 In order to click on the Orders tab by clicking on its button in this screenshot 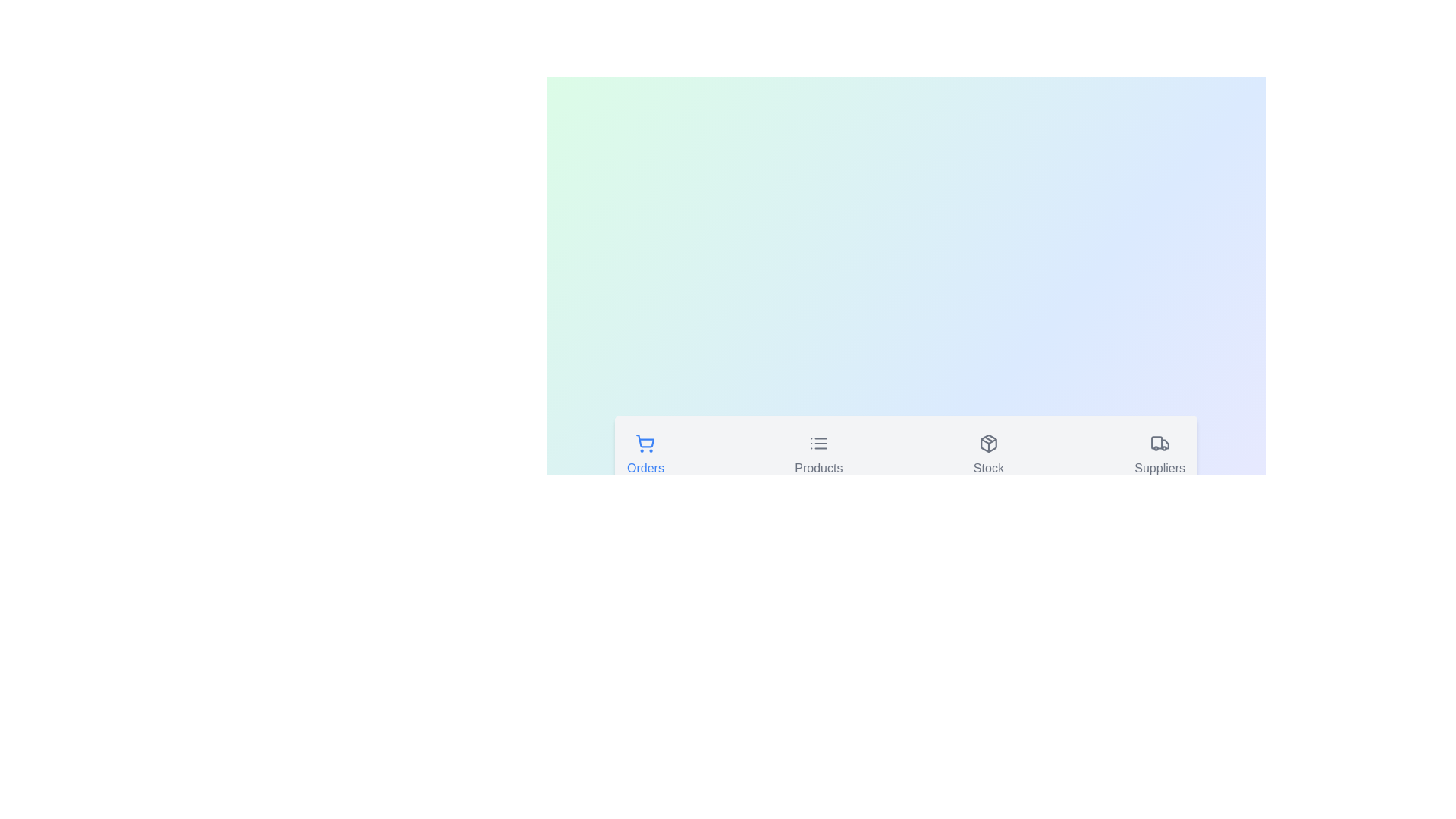, I will do `click(645, 456)`.